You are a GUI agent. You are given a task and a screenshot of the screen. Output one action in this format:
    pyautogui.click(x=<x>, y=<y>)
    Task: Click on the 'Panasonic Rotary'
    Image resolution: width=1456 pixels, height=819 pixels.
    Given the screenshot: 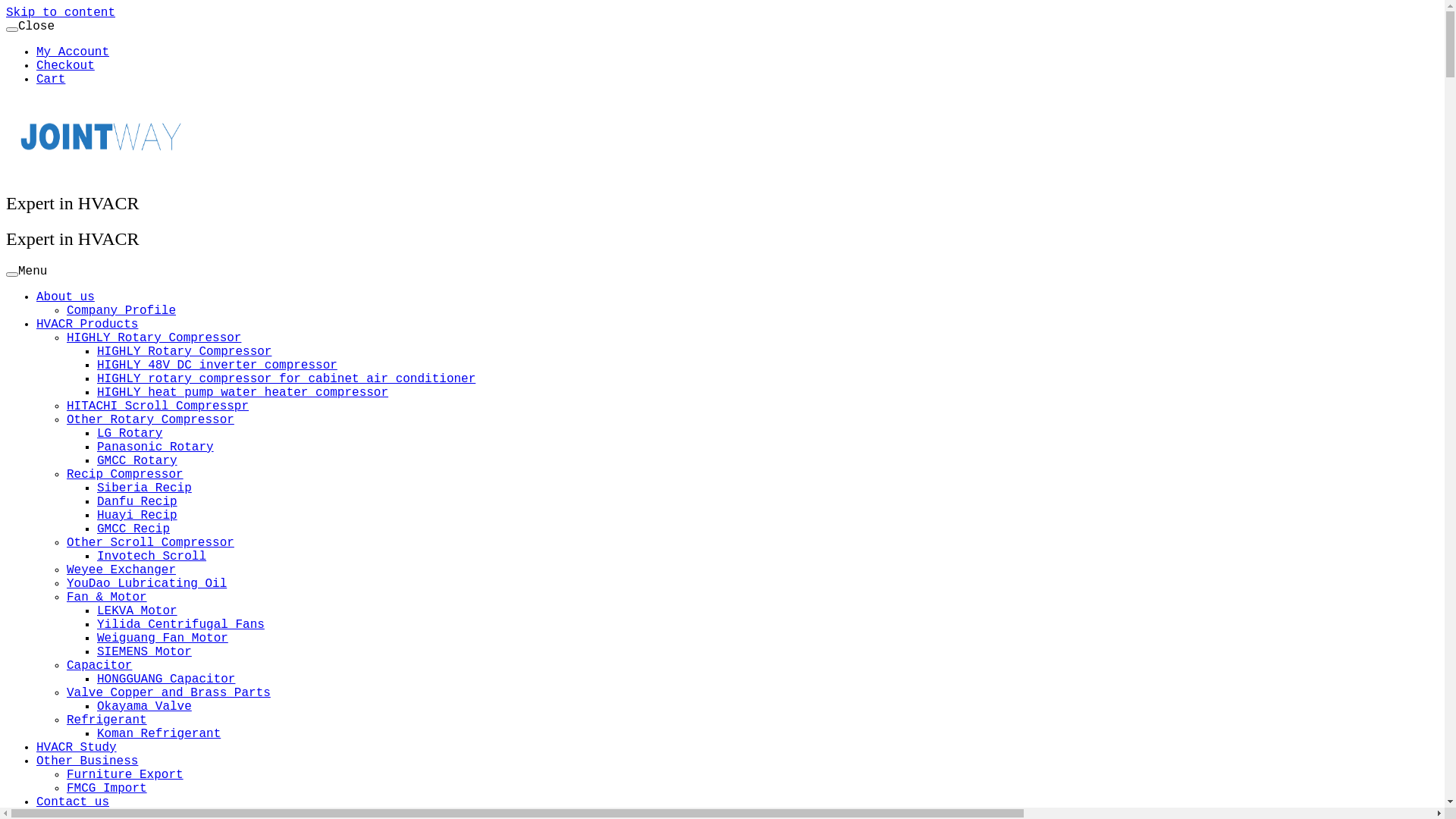 What is the action you would take?
    pyautogui.click(x=96, y=447)
    